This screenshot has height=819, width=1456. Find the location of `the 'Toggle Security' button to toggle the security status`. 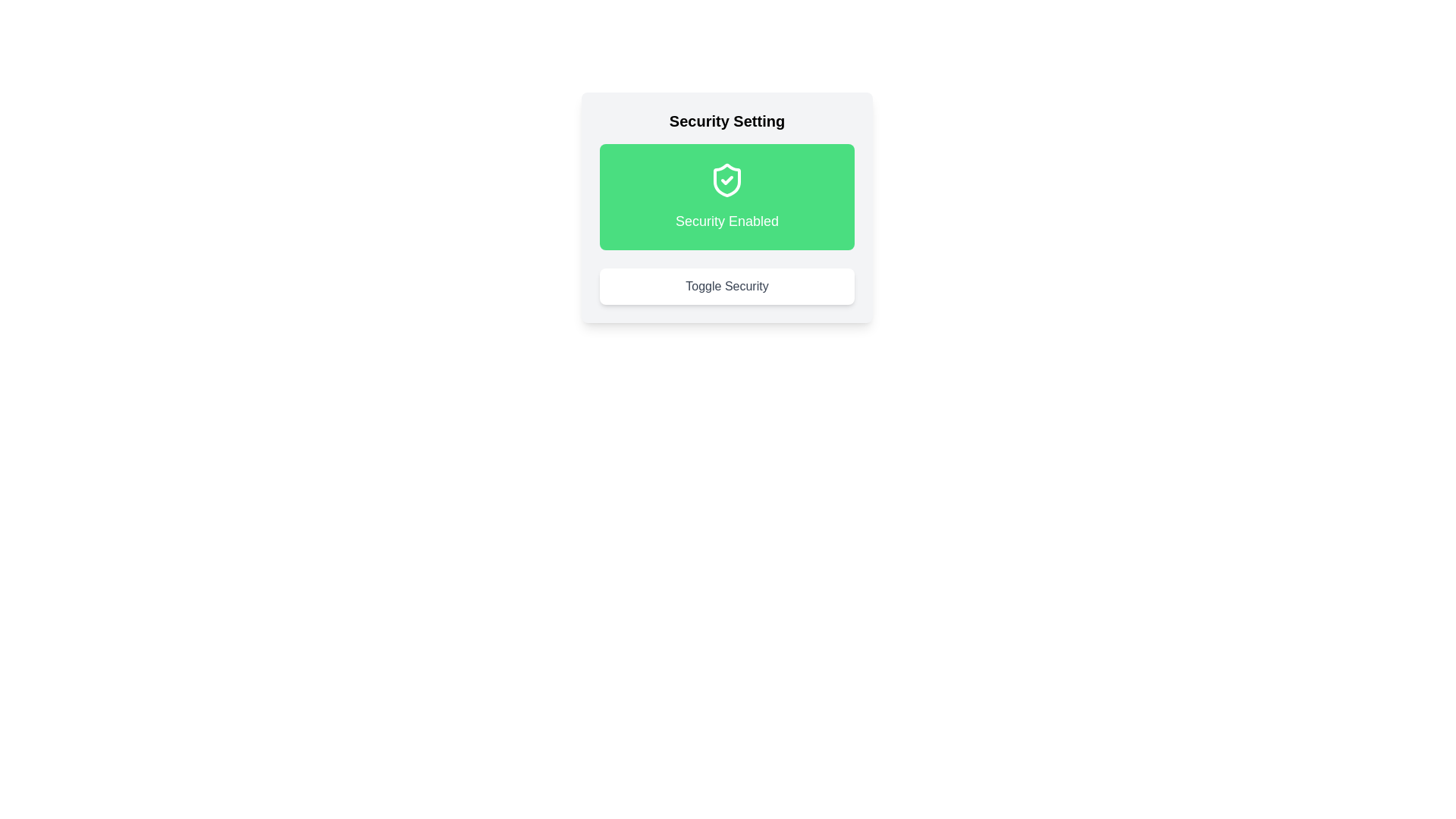

the 'Toggle Security' button to toggle the security status is located at coordinates (726, 287).